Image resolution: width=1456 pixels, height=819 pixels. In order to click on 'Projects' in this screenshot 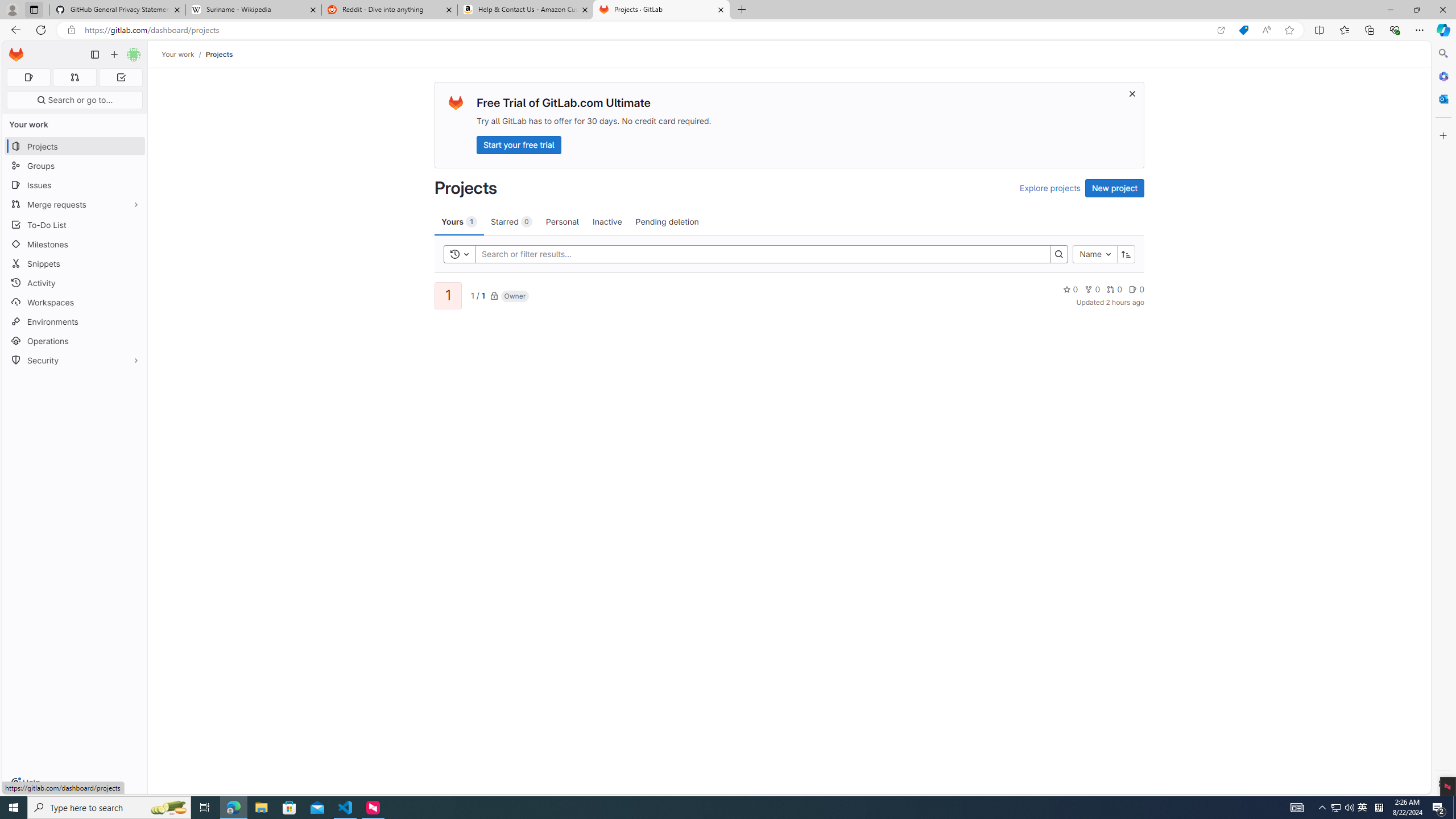, I will do `click(218, 54)`.